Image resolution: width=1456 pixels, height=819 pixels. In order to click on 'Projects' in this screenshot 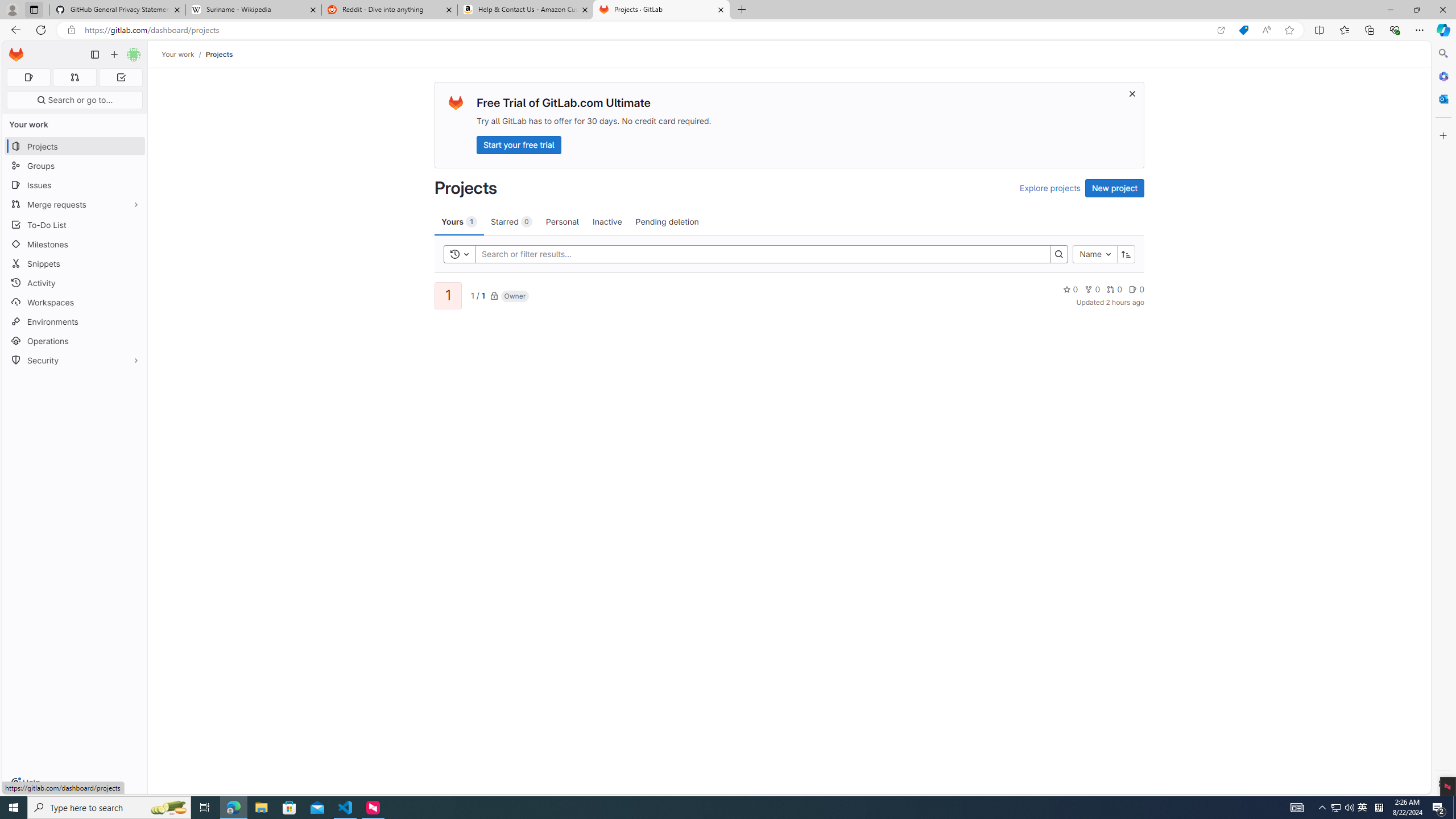, I will do `click(218, 54)`.